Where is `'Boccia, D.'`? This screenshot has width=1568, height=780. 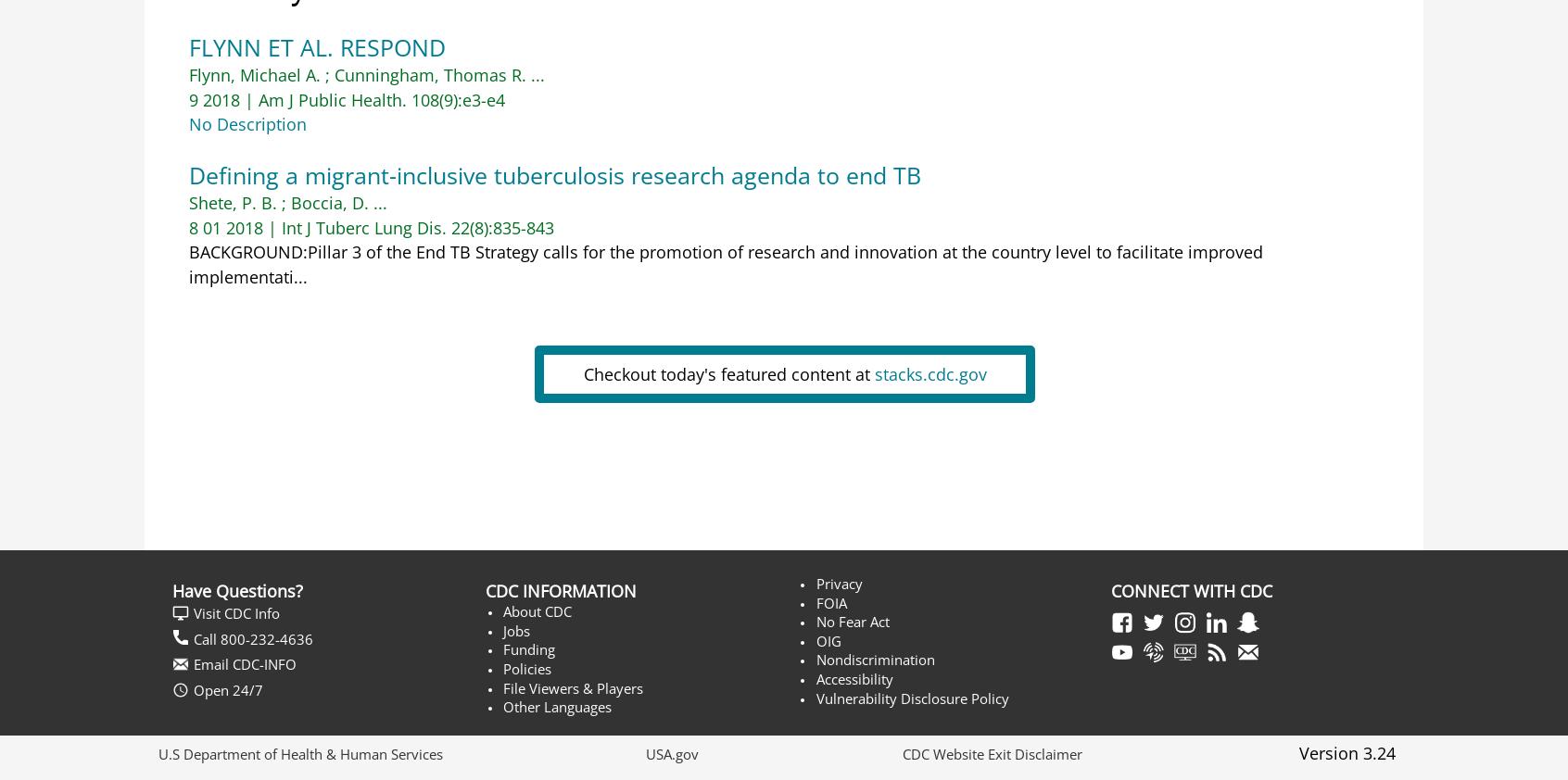
'Boccia, D.' is located at coordinates (289, 203).